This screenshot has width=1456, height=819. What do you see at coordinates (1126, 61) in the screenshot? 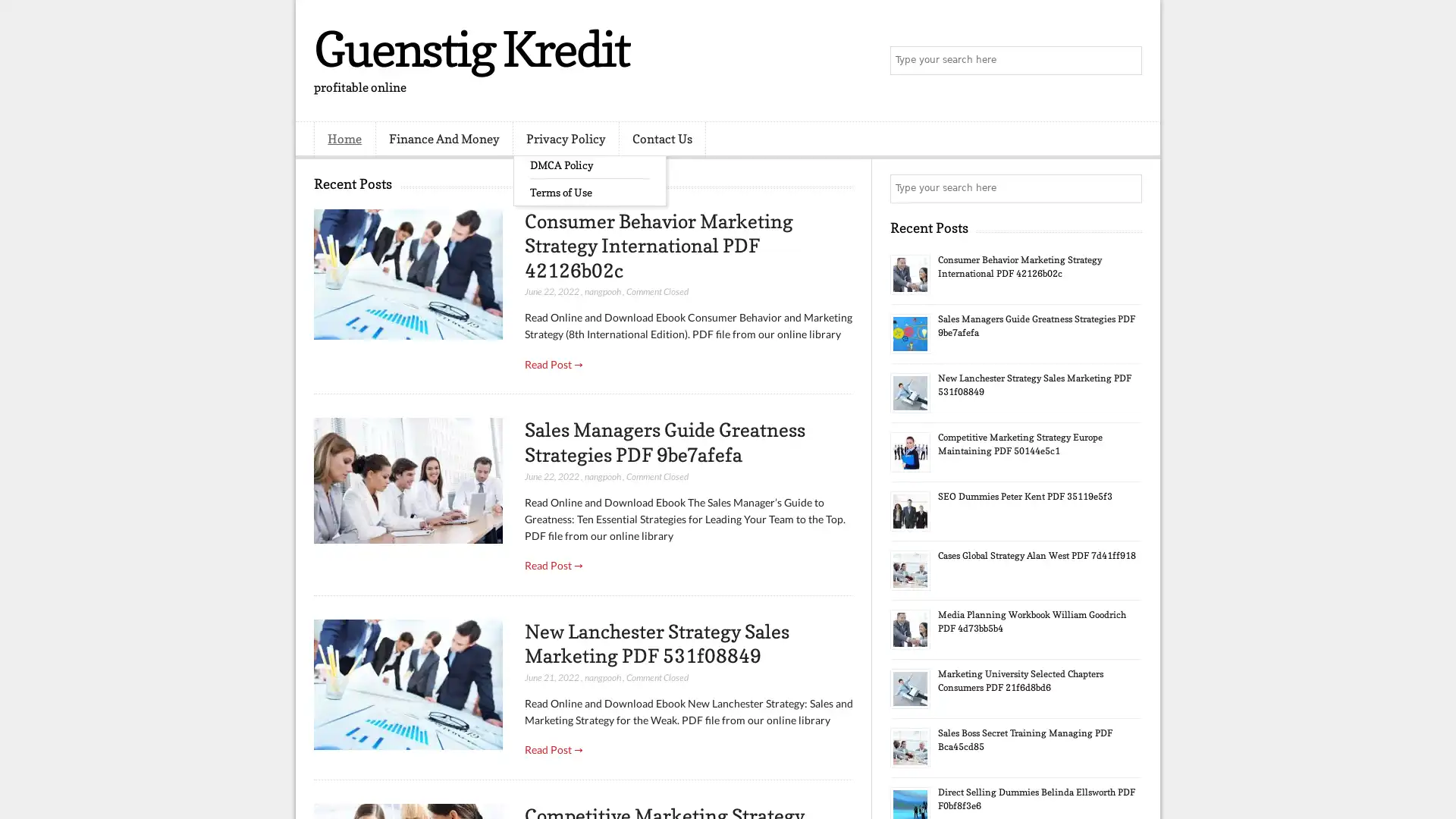
I see `Search` at bounding box center [1126, 61].